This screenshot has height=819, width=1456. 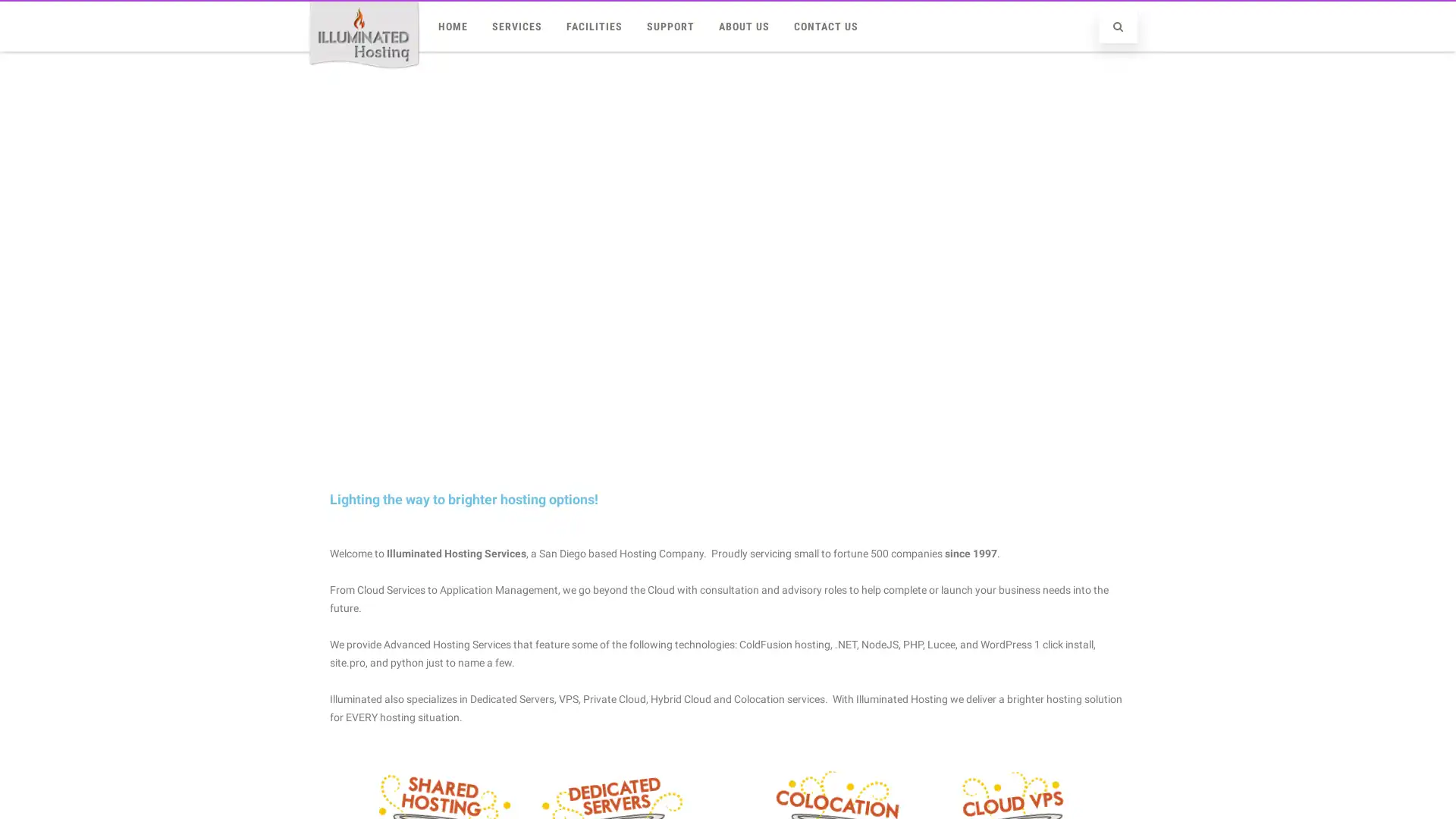 What do you see at coordinates (23, 278) in the screenshot?
I see `previous arrow` at bounding box center [23, 278].